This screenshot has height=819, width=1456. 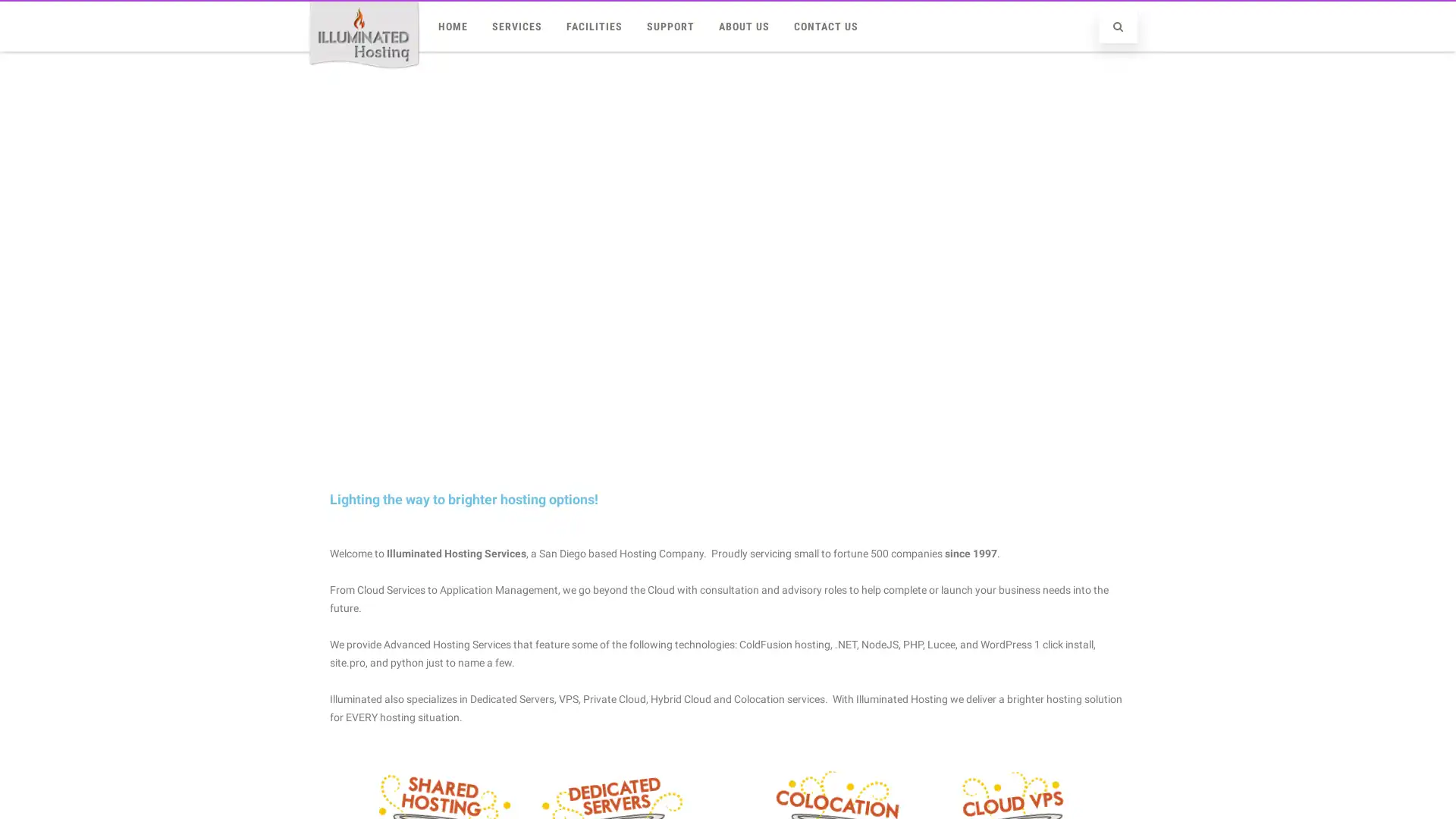 What do you see at coordinates (23, 278) in the screenshot?
I see `previous arrow` at bounding box center [23, 278].